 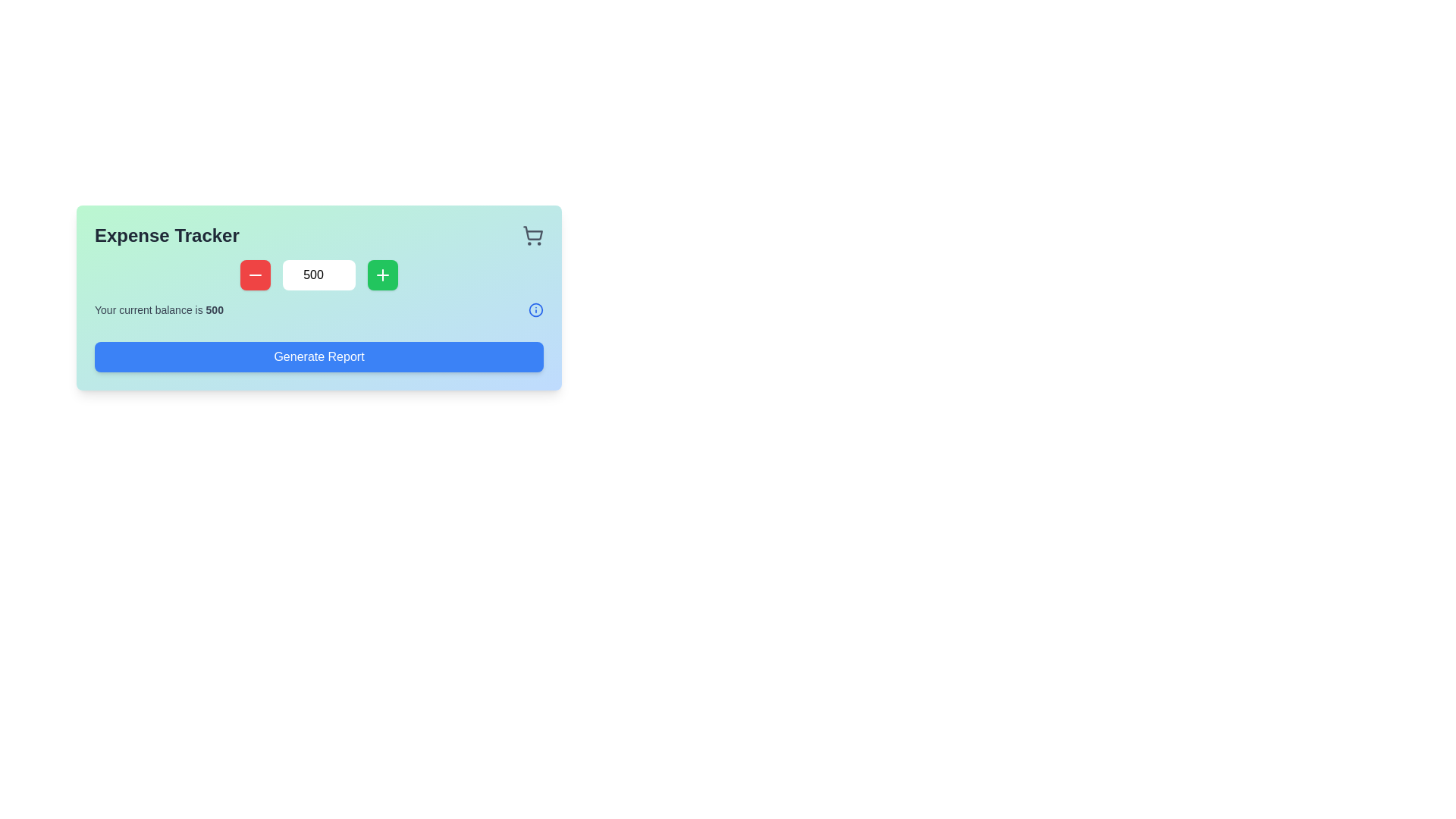 What do you see at coordinates (214, 309) in the screenshot?
I see `displayed text from the static Text label showing the user's current balance, located at the end of the sentence 'Your current balance is.'` at bounding box center [214, 309].